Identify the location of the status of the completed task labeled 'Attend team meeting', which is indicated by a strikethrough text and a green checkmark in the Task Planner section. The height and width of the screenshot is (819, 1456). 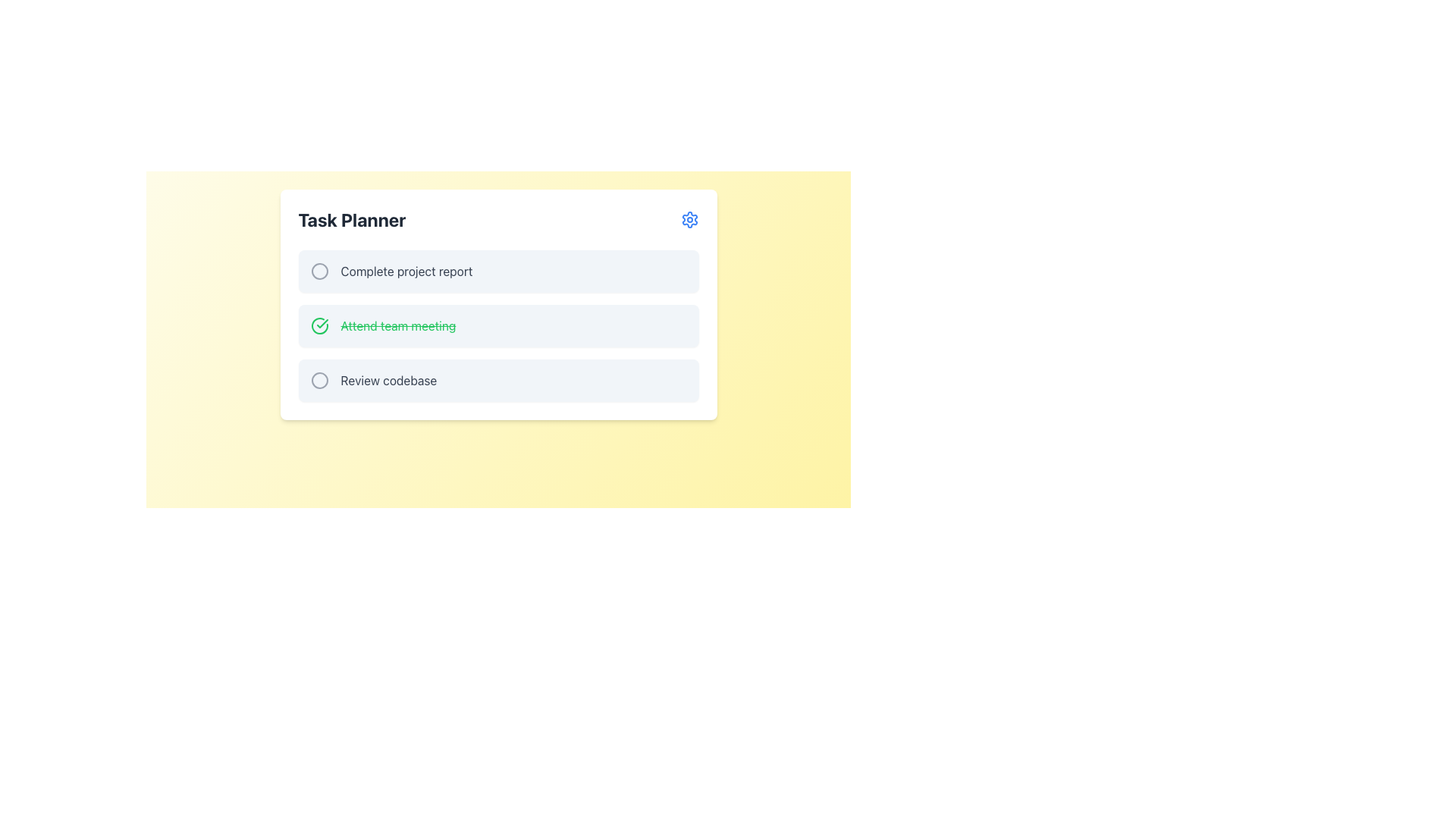
(383, 325).